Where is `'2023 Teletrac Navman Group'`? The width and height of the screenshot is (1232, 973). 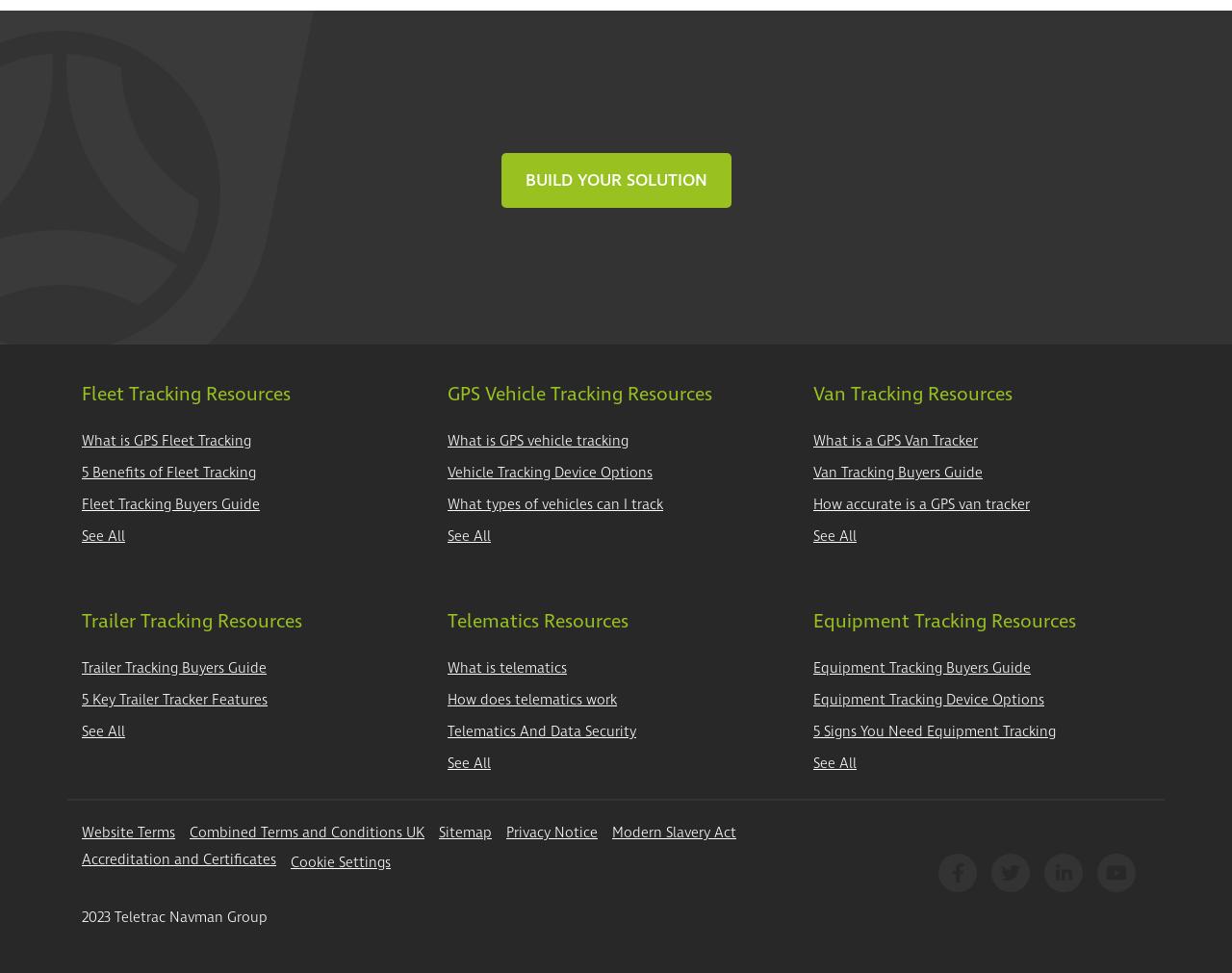
'2023 Teletrac Navman Group' is located at coordinates (174, 916).